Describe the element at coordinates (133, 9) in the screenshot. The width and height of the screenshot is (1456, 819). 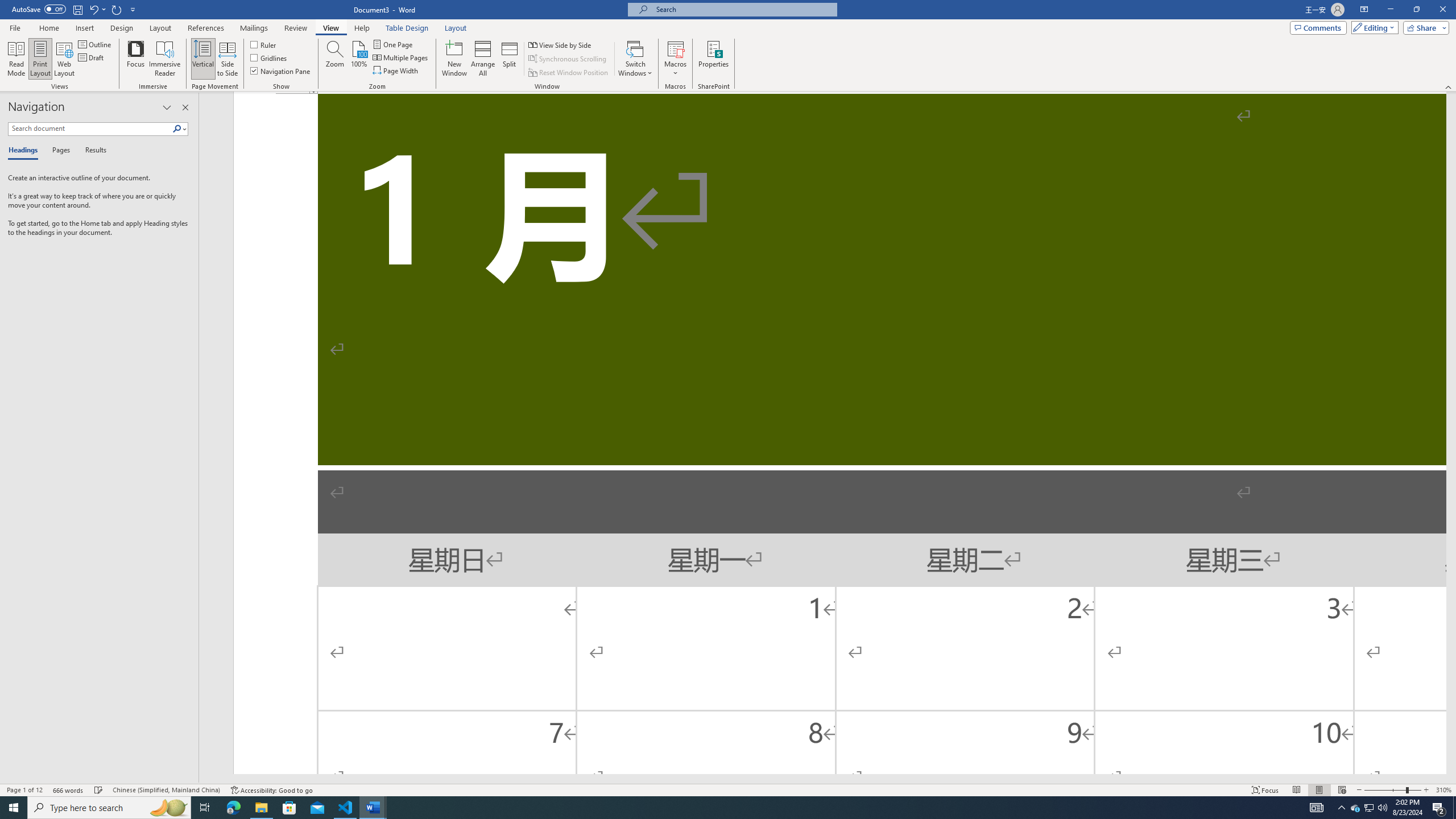
I see `'Customize Quick Access Toolbar'` at that location.